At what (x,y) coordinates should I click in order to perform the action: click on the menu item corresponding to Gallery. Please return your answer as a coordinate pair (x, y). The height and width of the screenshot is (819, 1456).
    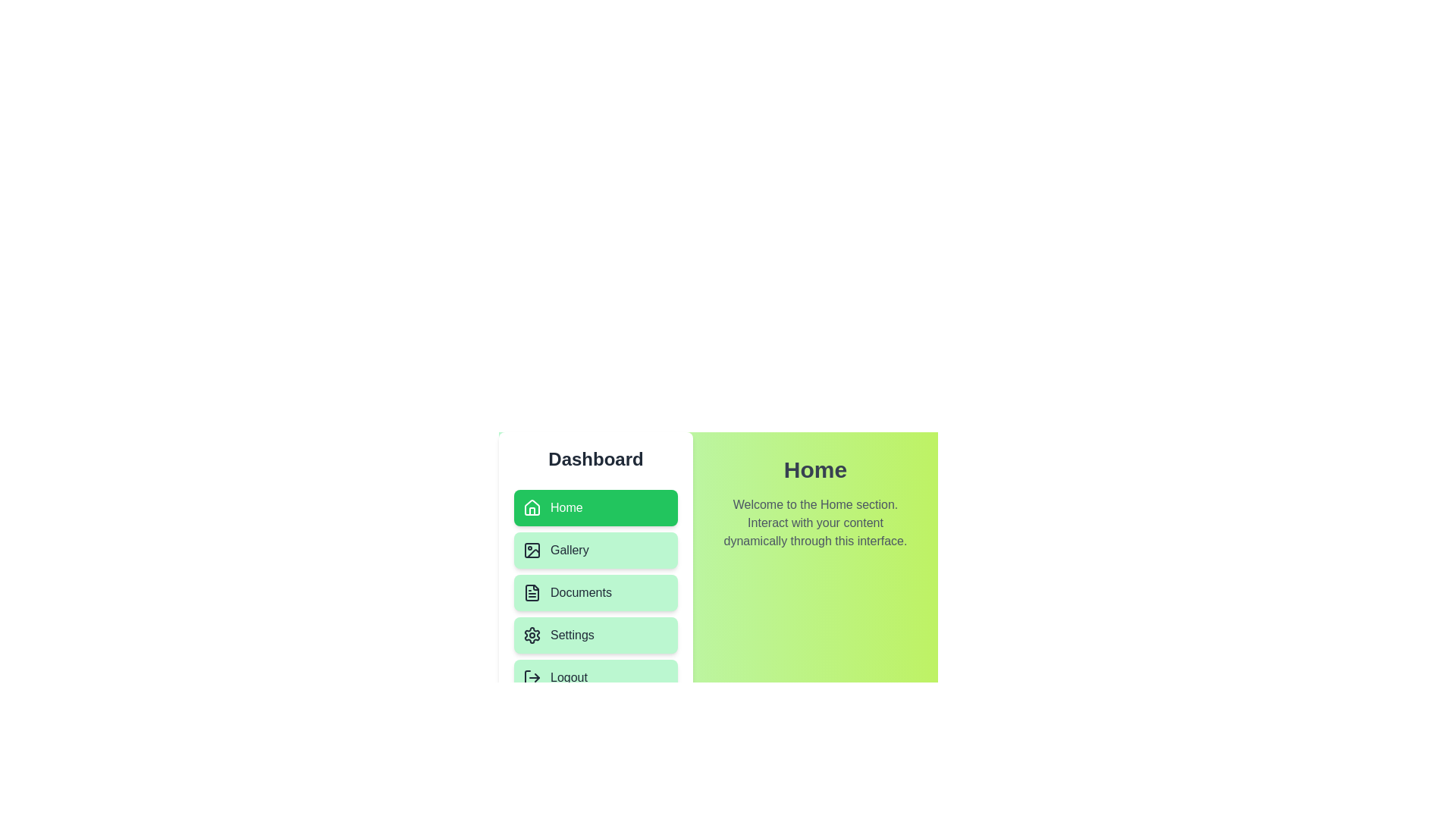
    Looking at the image, I should click on (595, 550).